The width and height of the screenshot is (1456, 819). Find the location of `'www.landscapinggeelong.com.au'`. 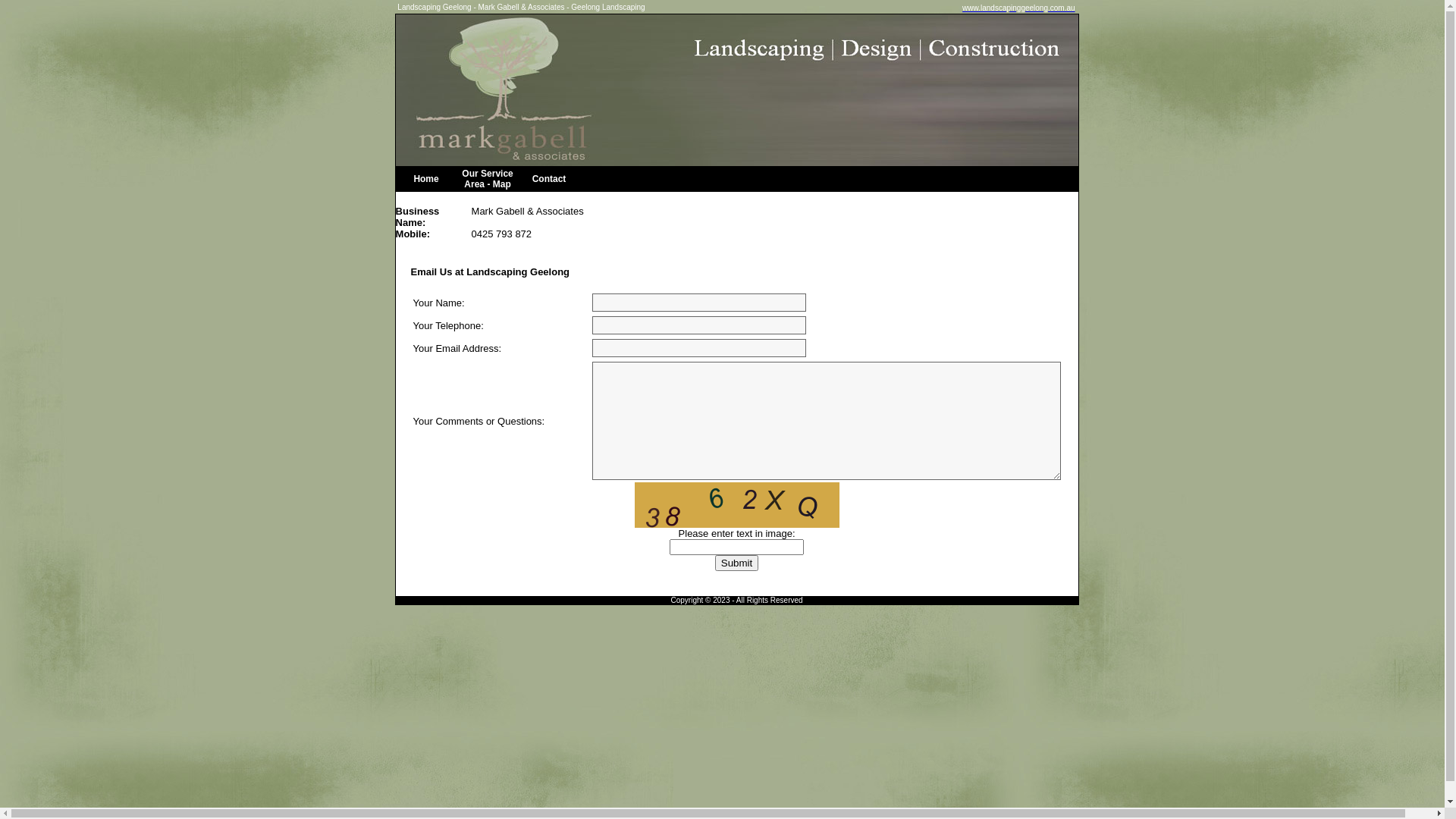

'www.landscapinggeelong.com.au' is located at coordinates (1018, 6).